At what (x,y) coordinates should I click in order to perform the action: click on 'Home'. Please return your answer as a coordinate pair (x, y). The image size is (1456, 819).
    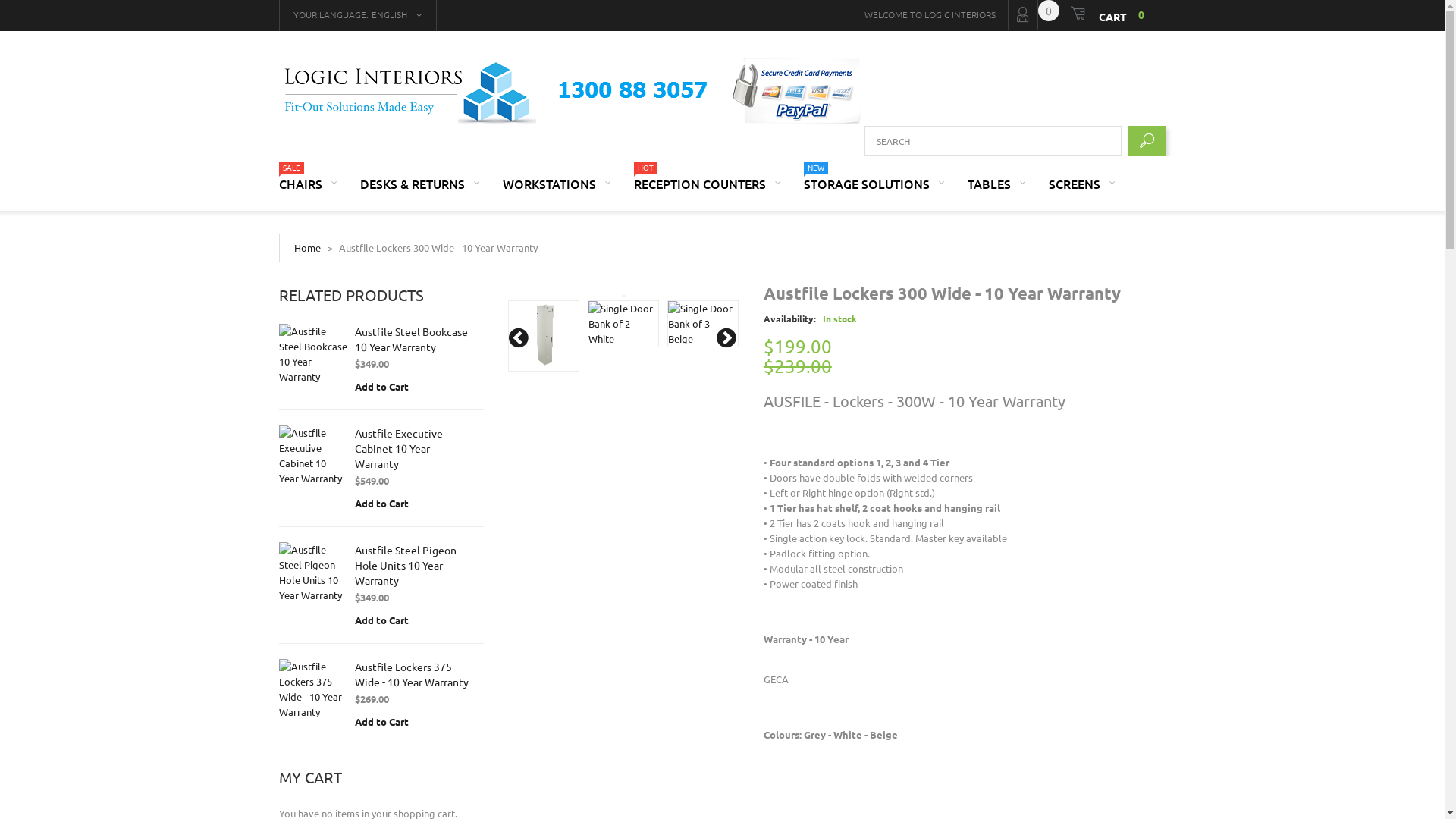
    Looking at the image, I should click on (306, 246).